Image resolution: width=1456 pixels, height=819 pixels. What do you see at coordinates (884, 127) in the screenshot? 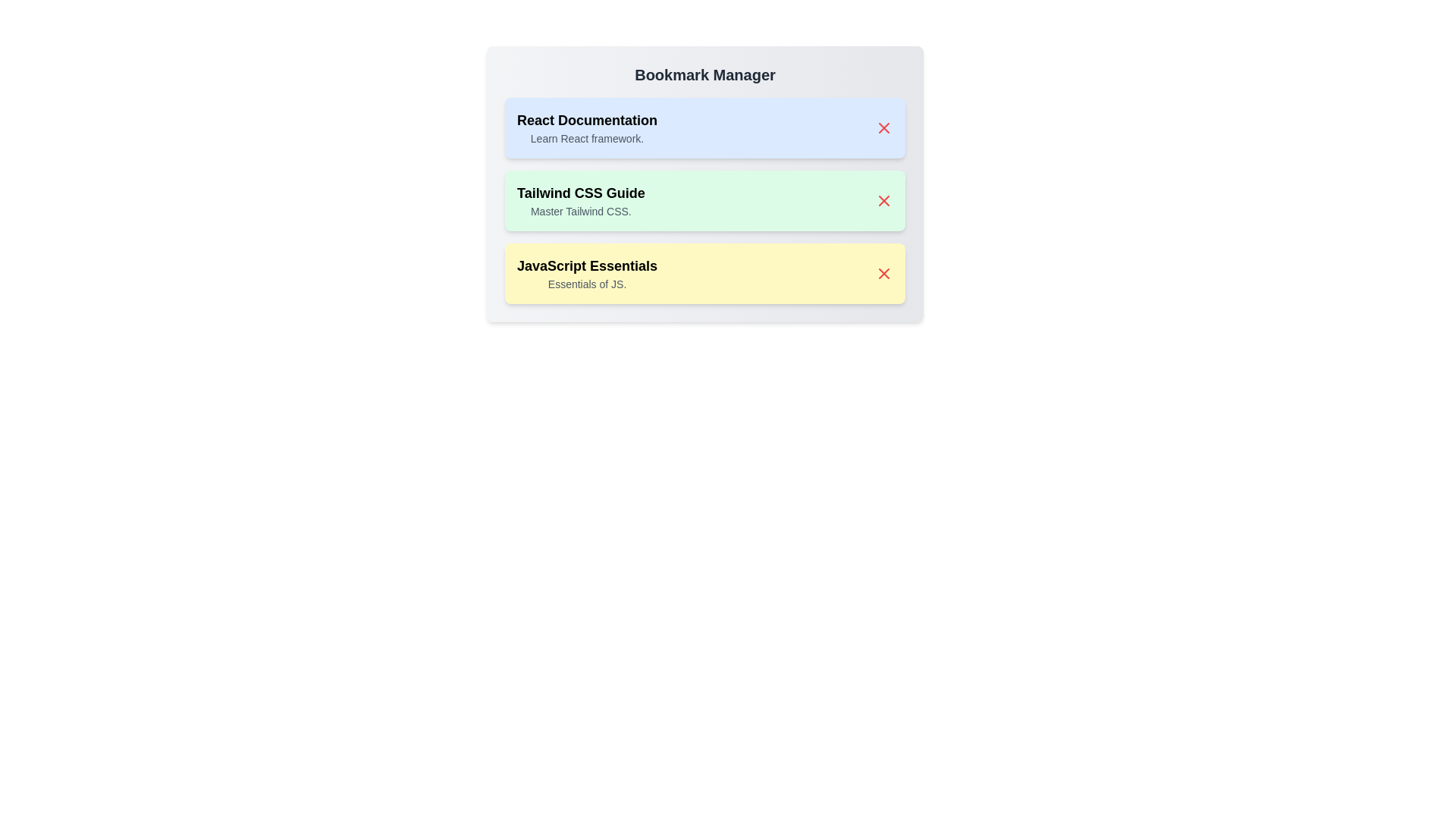
I see `close button next to the bookmark titled React Documentation to remove it` at bounding box center [884, 127].